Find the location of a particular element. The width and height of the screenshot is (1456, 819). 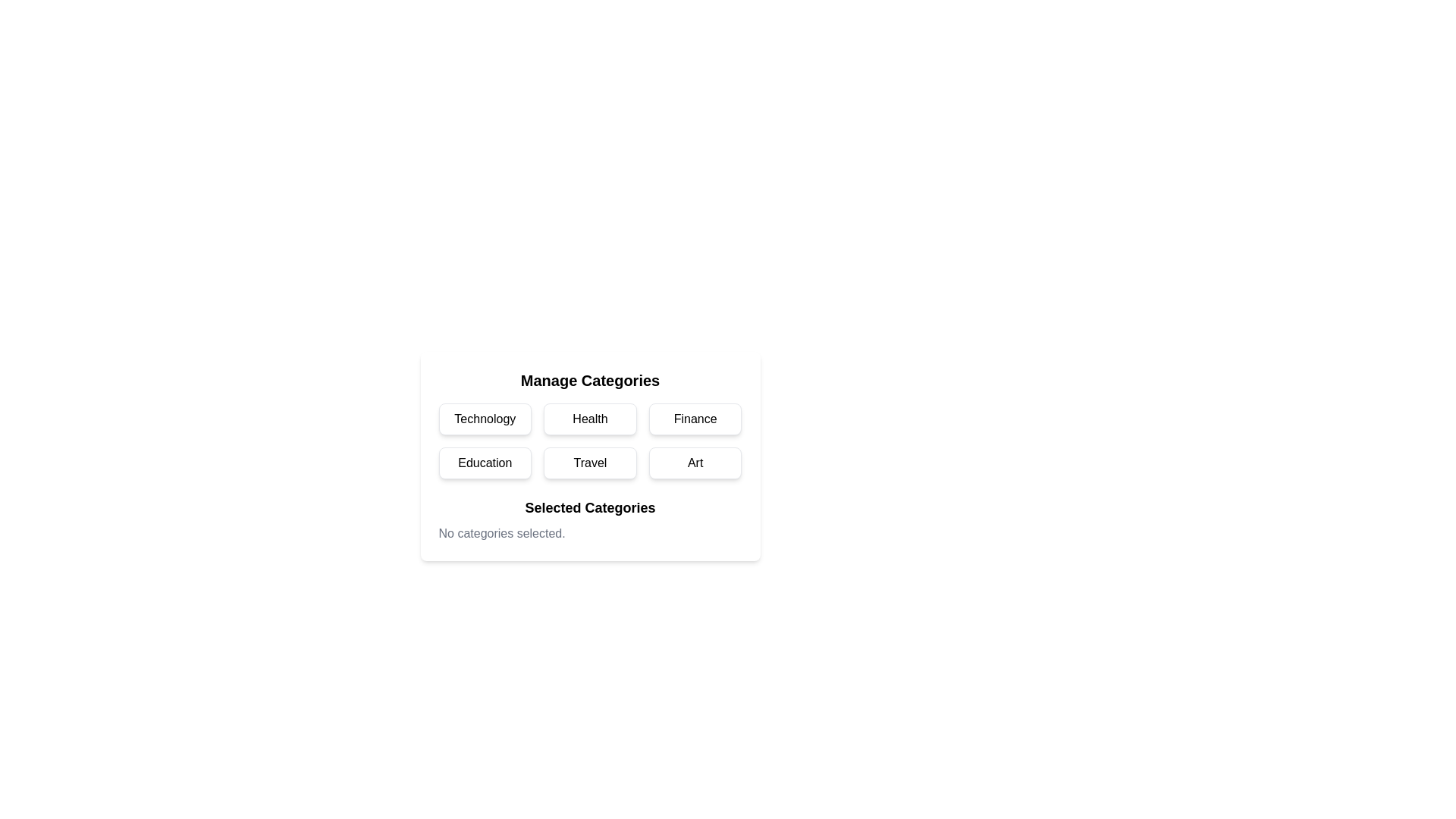

the 'Education' button located in the second row of the grid layout, which is the first button in that row is located at coordinates (484, 462).